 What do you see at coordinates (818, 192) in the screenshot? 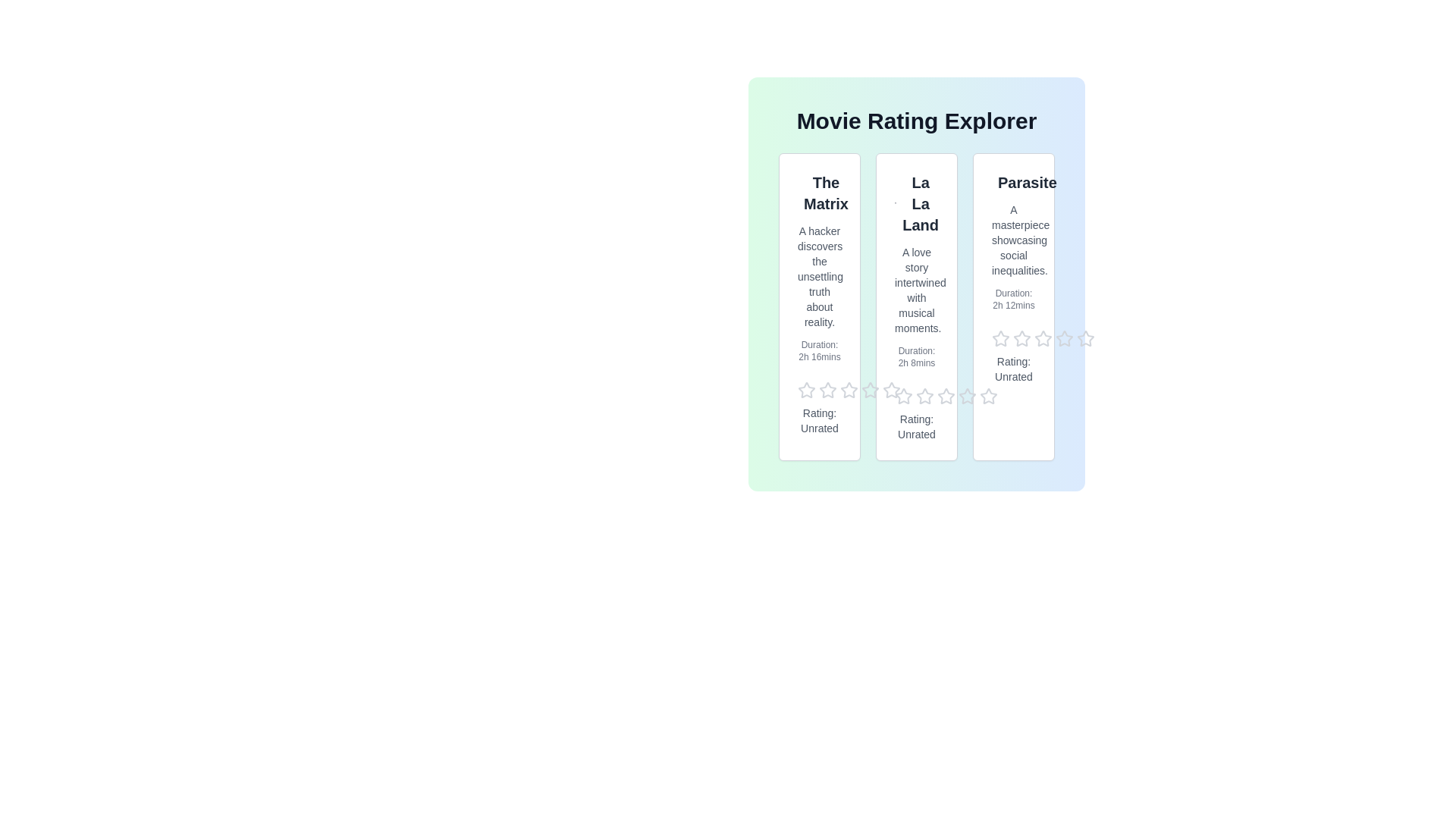
I see `the title of the movie The Matrix` at bounding box center [818, 192].